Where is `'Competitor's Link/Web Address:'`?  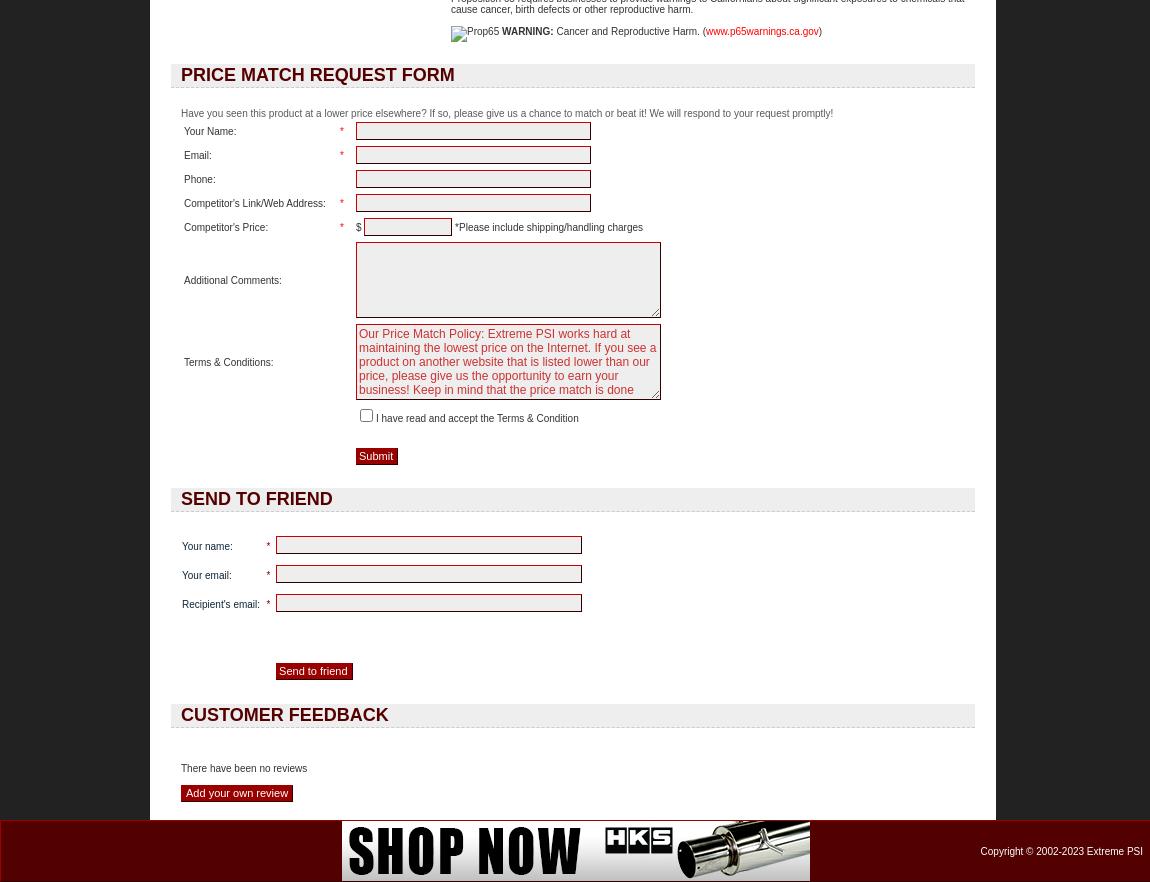
'Competitor's Link/Web Address:' is located at coordinates (253, 202).